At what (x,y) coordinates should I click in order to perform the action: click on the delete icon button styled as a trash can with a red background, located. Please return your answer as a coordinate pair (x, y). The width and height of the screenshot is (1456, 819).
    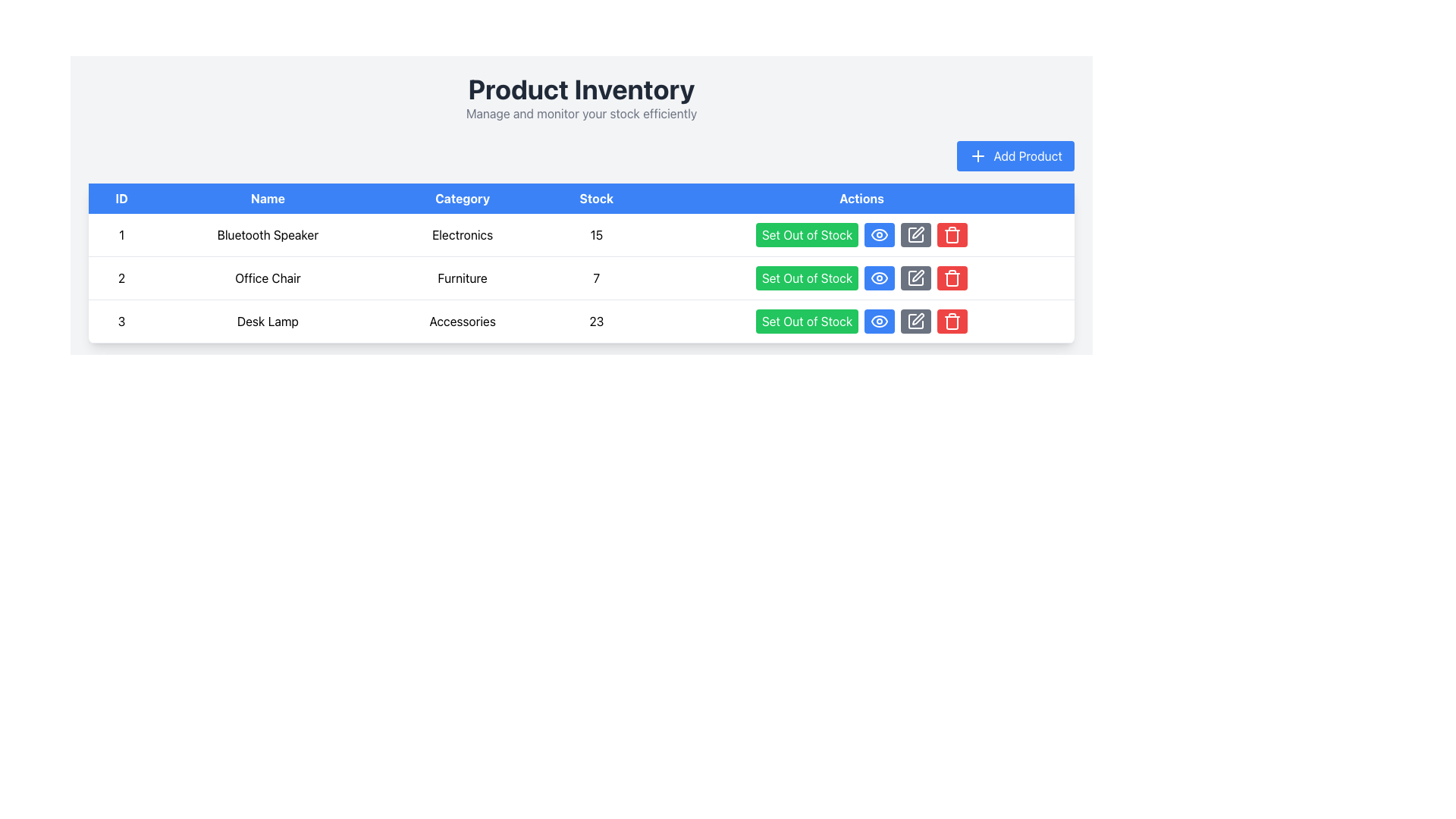
    Looking at the image, I should click on (952, 234).